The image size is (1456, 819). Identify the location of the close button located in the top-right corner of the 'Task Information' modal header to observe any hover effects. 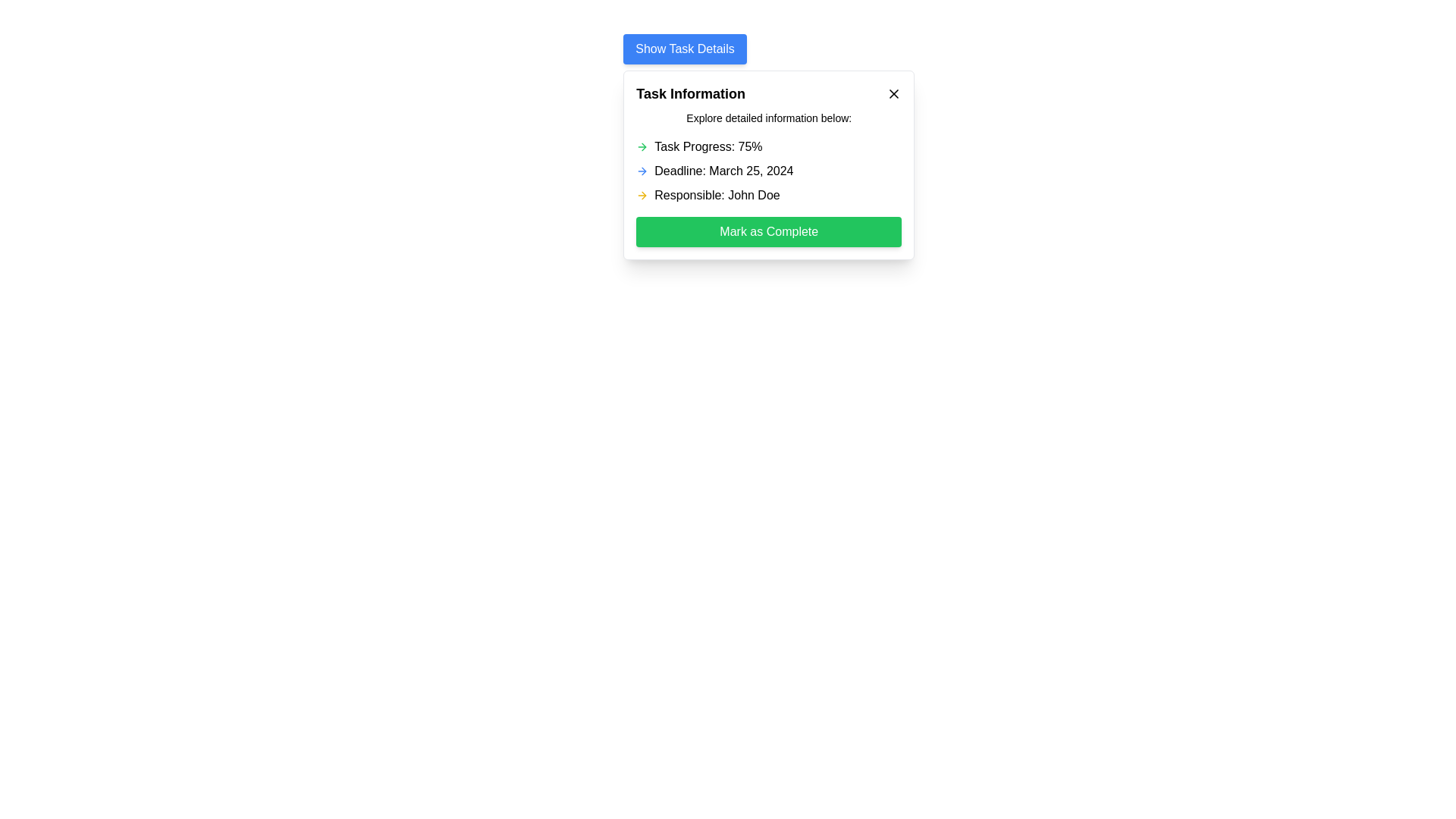
(894, 93).